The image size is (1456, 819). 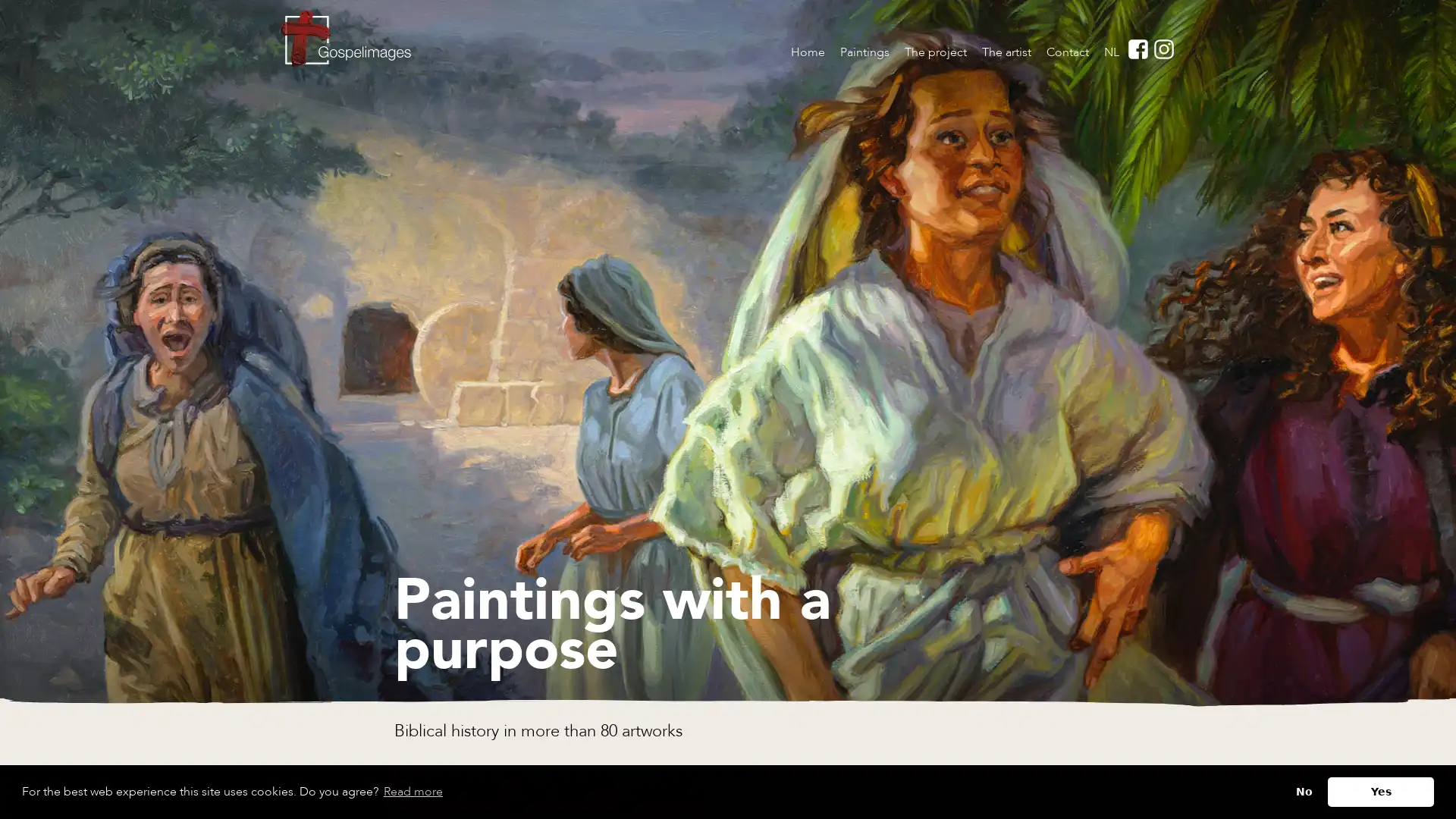 I want to click on deny cookies, so click(x=1302, y=791).